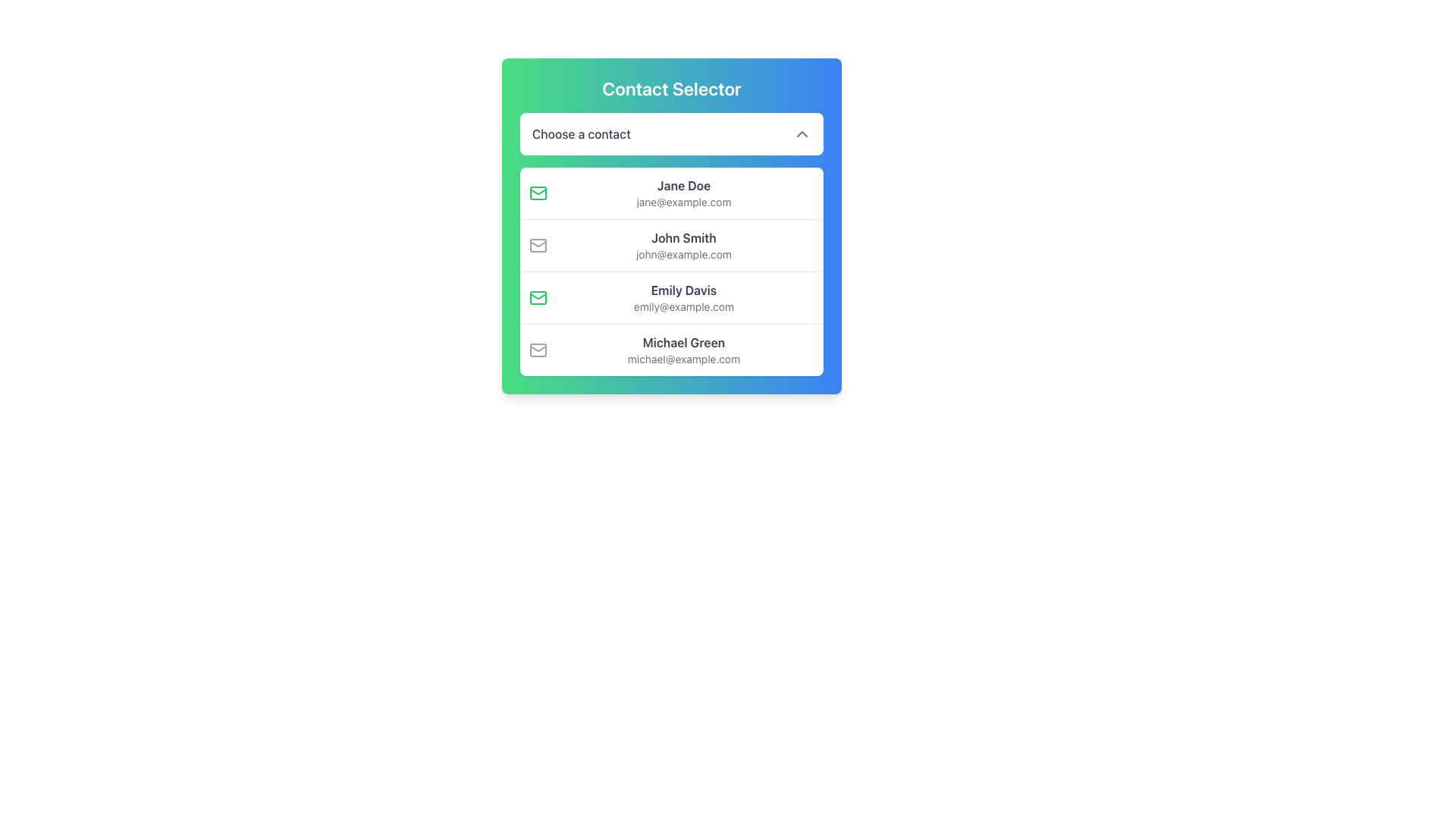  What do you see at coordinates (538, 245) in the screenshot?
I see `the mail envelope icon, which is a stroke-only design in light gray, located to the left of 'John Smith' and 'john@example.com' in the contact list` at bounding box center [538, 245].